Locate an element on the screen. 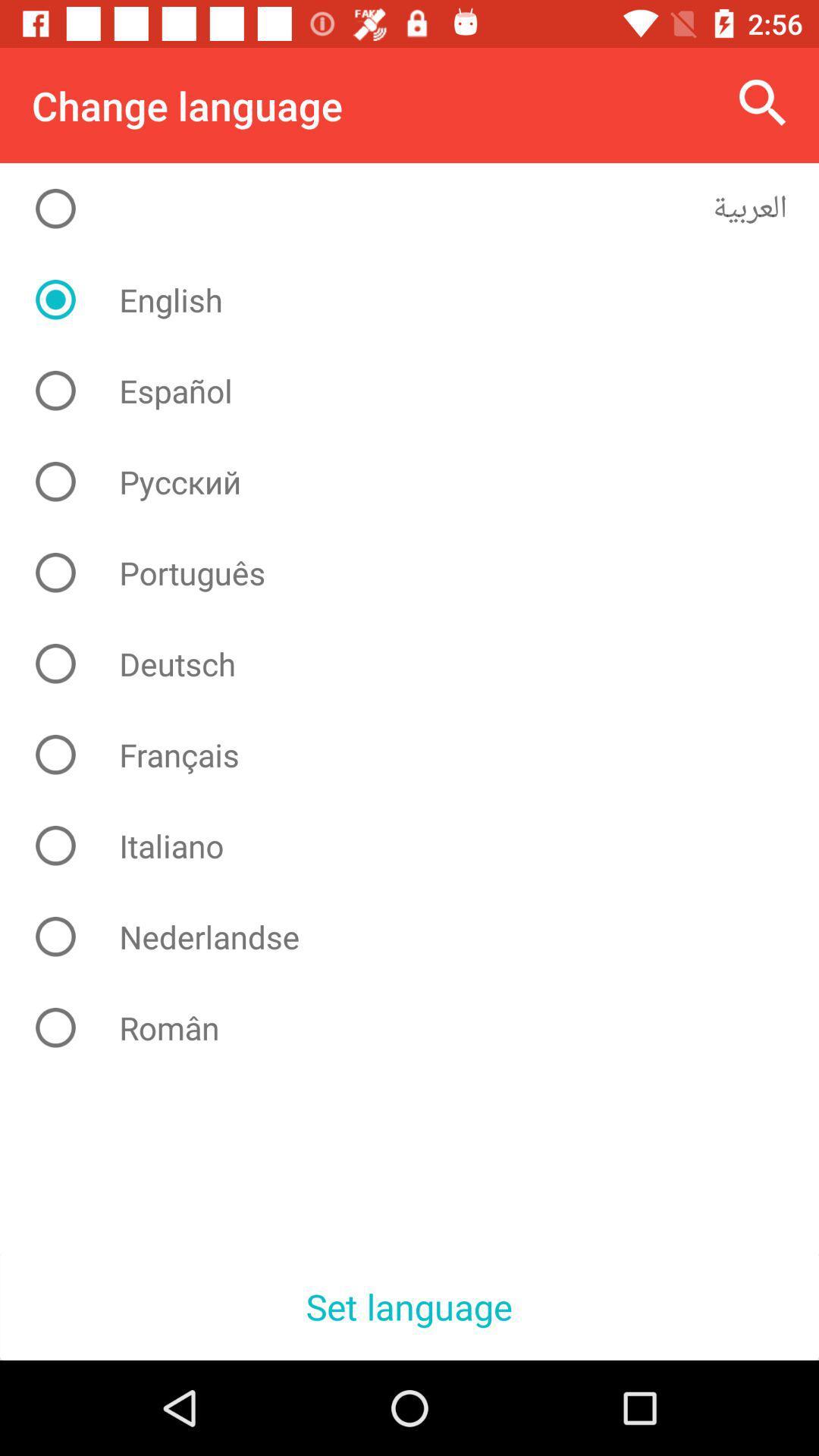 The width and height of the screenshot is (819, 1456). the icon to the right of change language icon is located at coordinates (763, 102).